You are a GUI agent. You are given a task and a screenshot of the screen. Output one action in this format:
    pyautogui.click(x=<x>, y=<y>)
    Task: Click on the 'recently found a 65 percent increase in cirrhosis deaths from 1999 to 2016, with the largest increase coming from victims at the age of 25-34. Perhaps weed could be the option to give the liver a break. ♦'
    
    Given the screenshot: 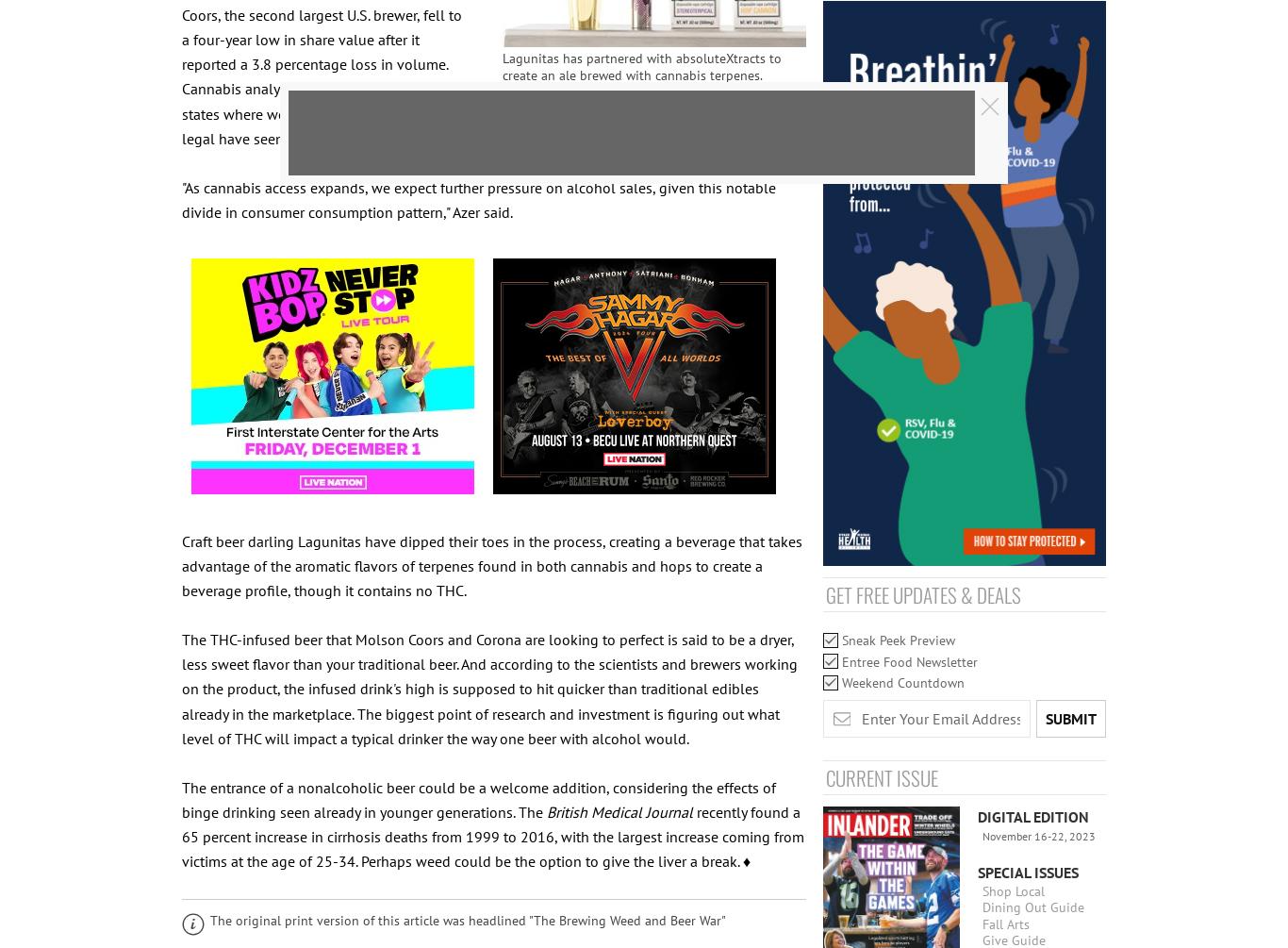 What is the action you would take?
    pyautogui.click(x=493, y=836)
    